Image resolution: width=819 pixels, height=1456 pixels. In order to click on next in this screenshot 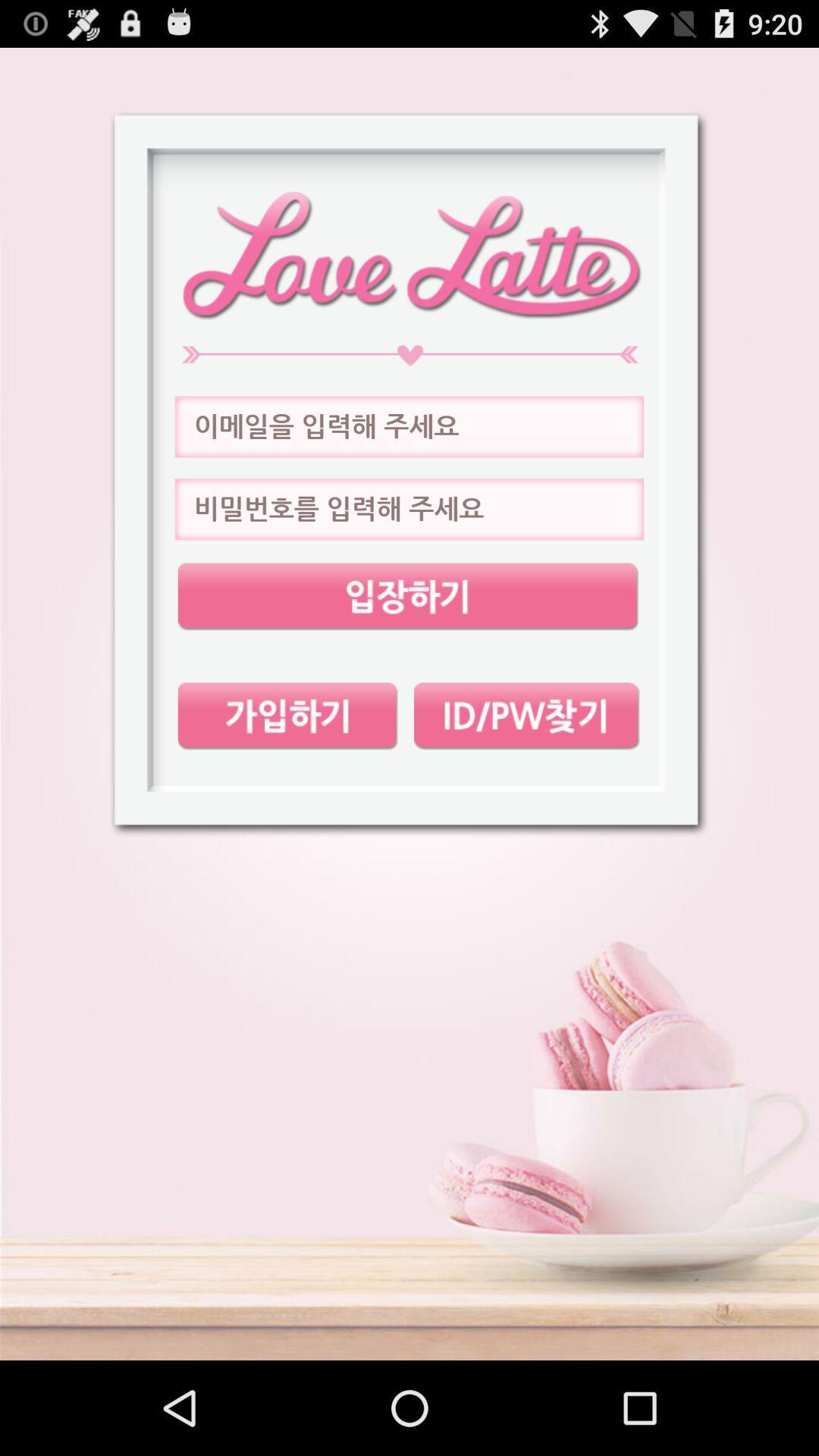, I will do `click(408, 426)`.